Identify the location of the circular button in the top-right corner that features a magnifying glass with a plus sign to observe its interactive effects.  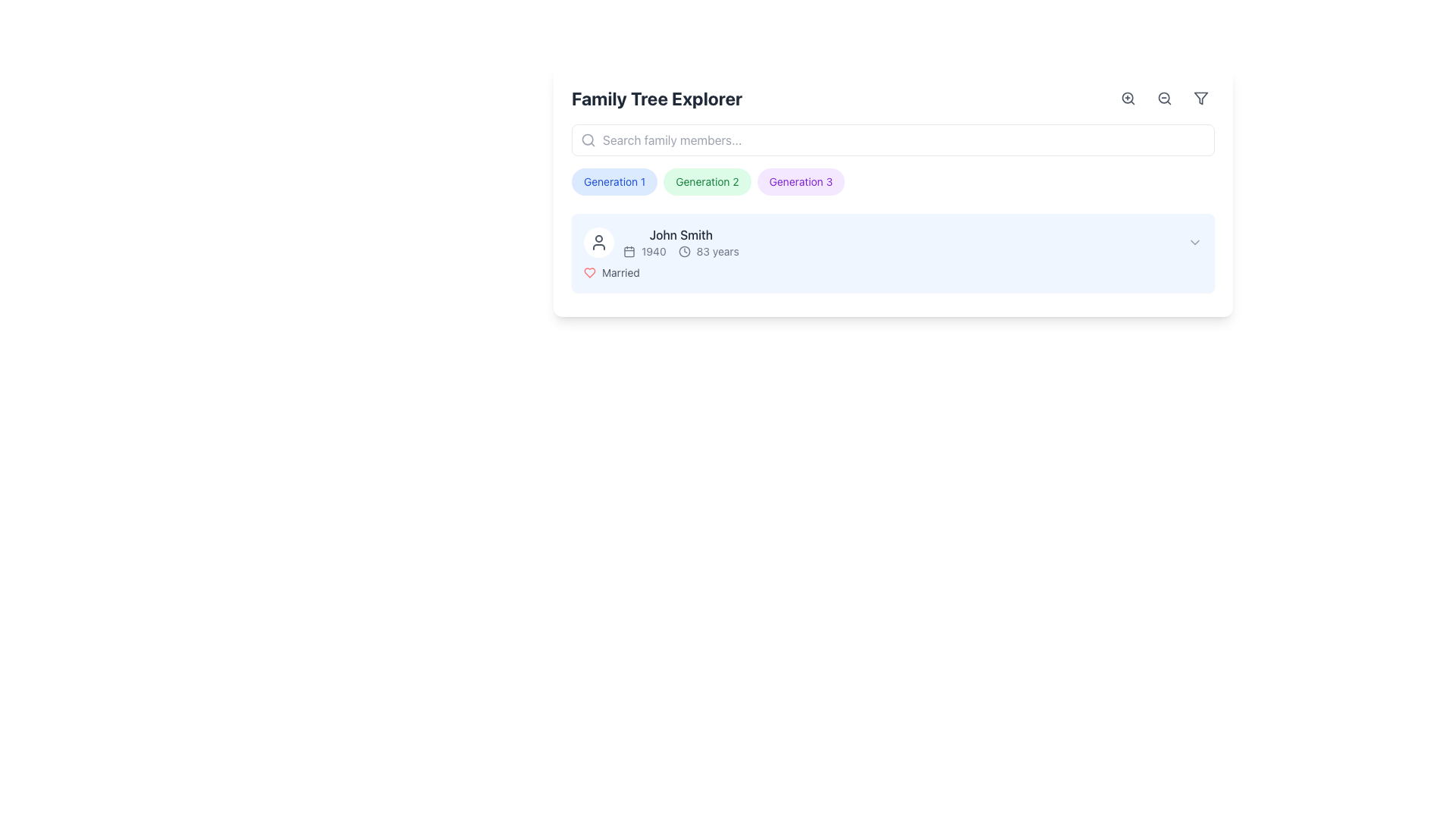
(1128, 99).